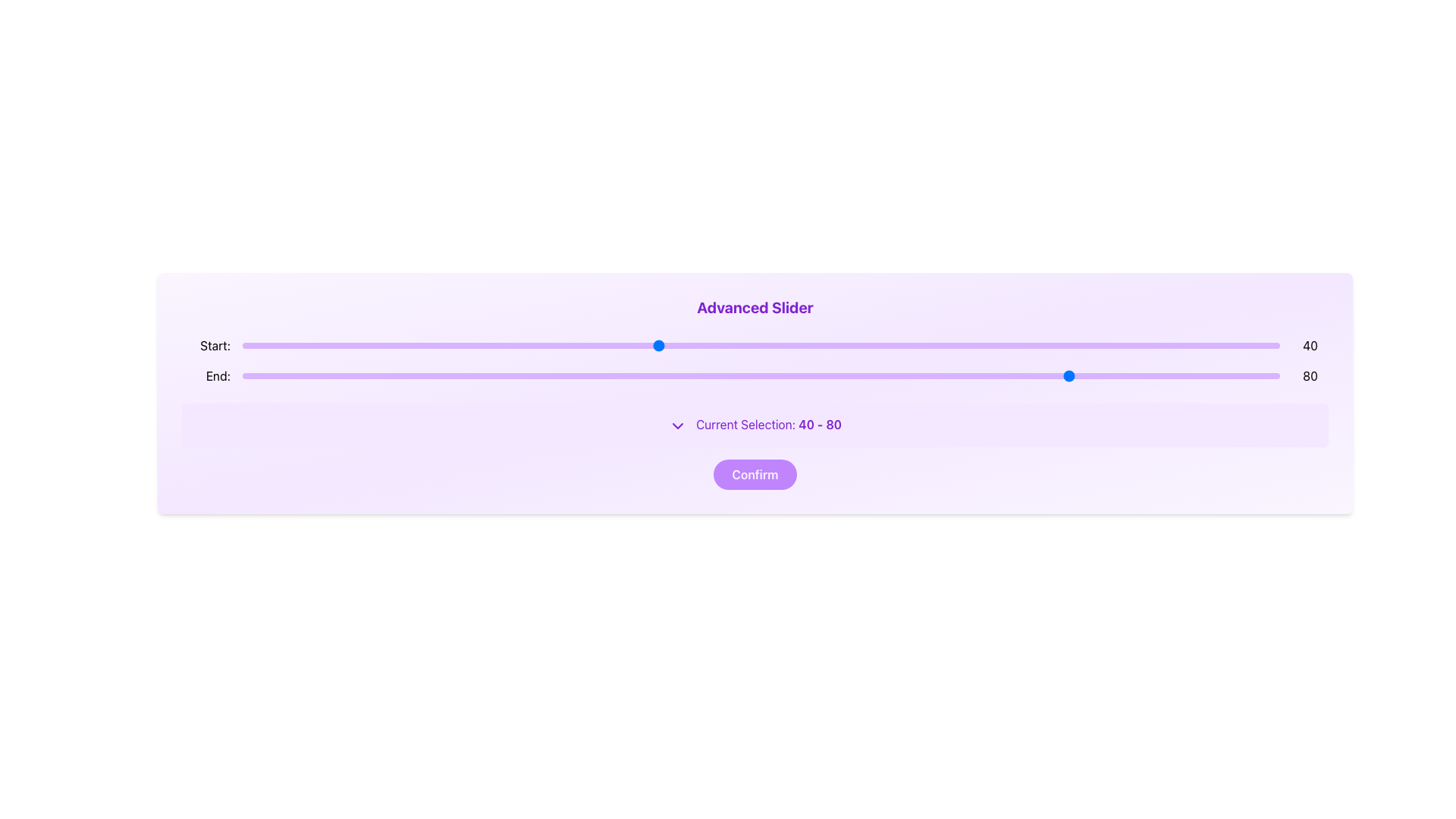 This screenshot has height=819, width=1456. I want to click on text displayed in the bold purple '40 - 80' Text Label located under the 'Current Selection' label, so click(819, 424).